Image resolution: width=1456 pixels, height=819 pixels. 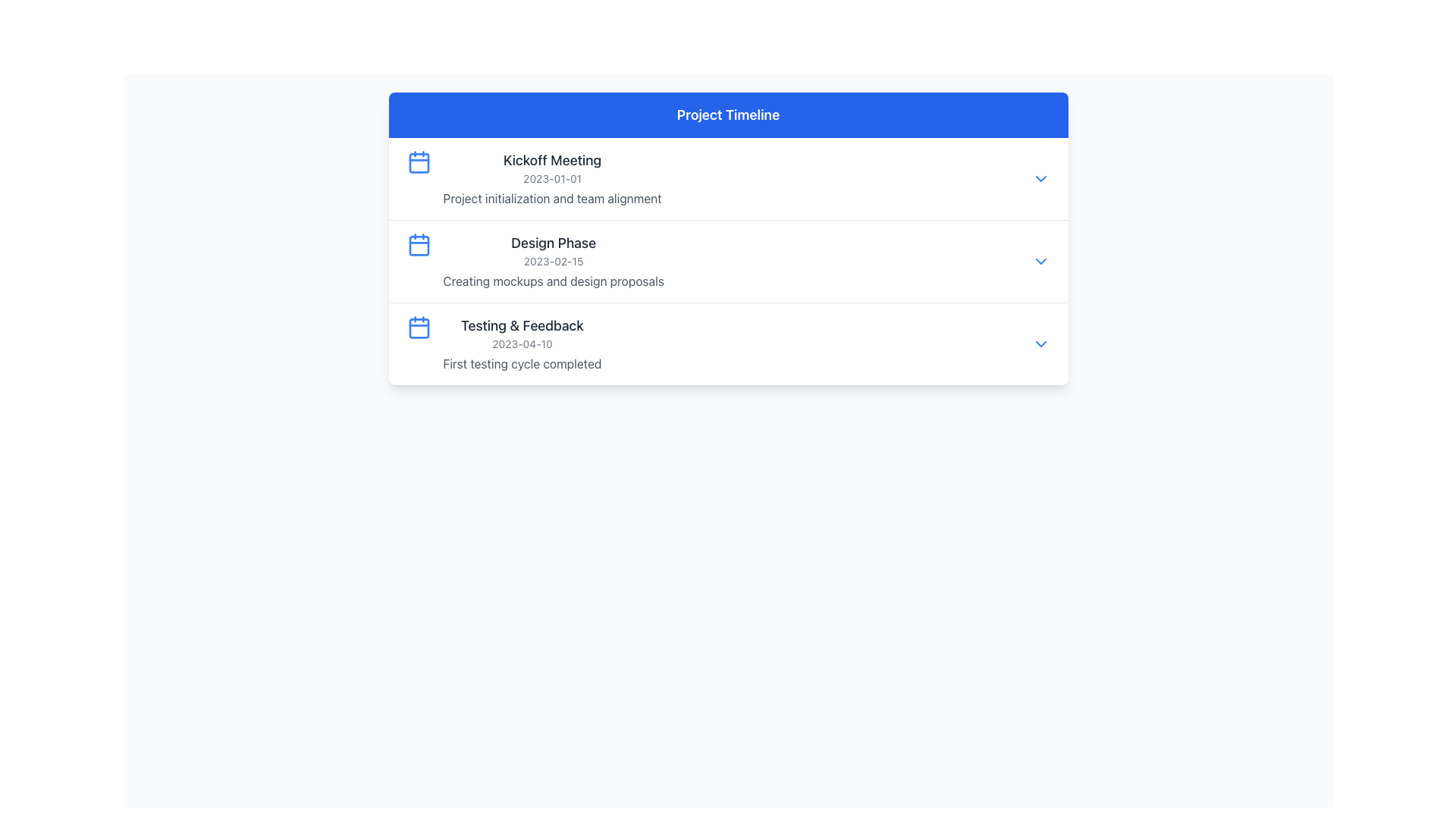 What do you see at coordinates (522, 363) in the screenshot?
I see `the text element that provides additional descriptive information related to the 'Testing & Feedback' section, positioned below the date '2023-04-10'` at bounding box center [522, 363].